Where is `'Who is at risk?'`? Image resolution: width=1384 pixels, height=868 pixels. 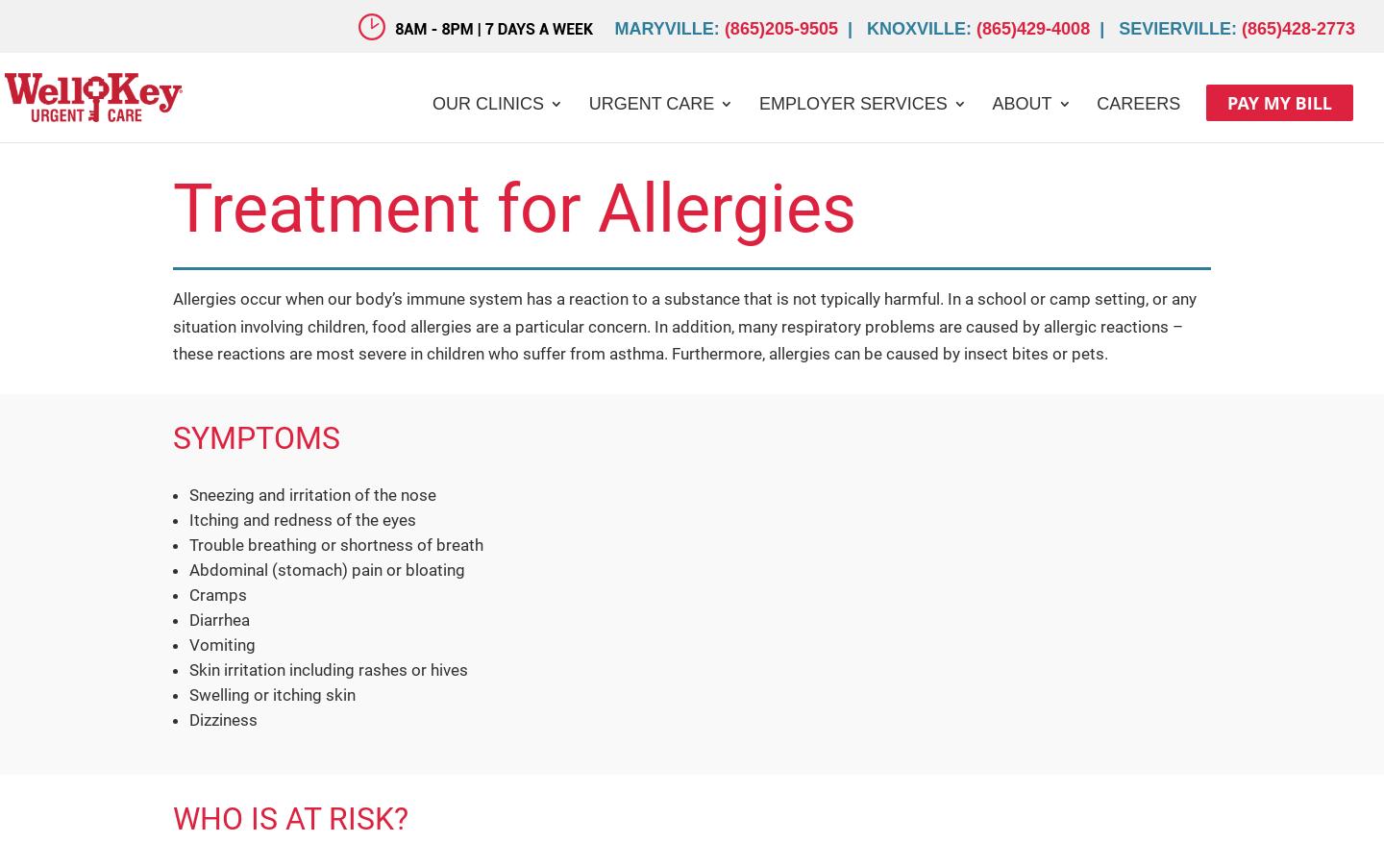
'Who is at risk?' is located at coordinates (172, 817).